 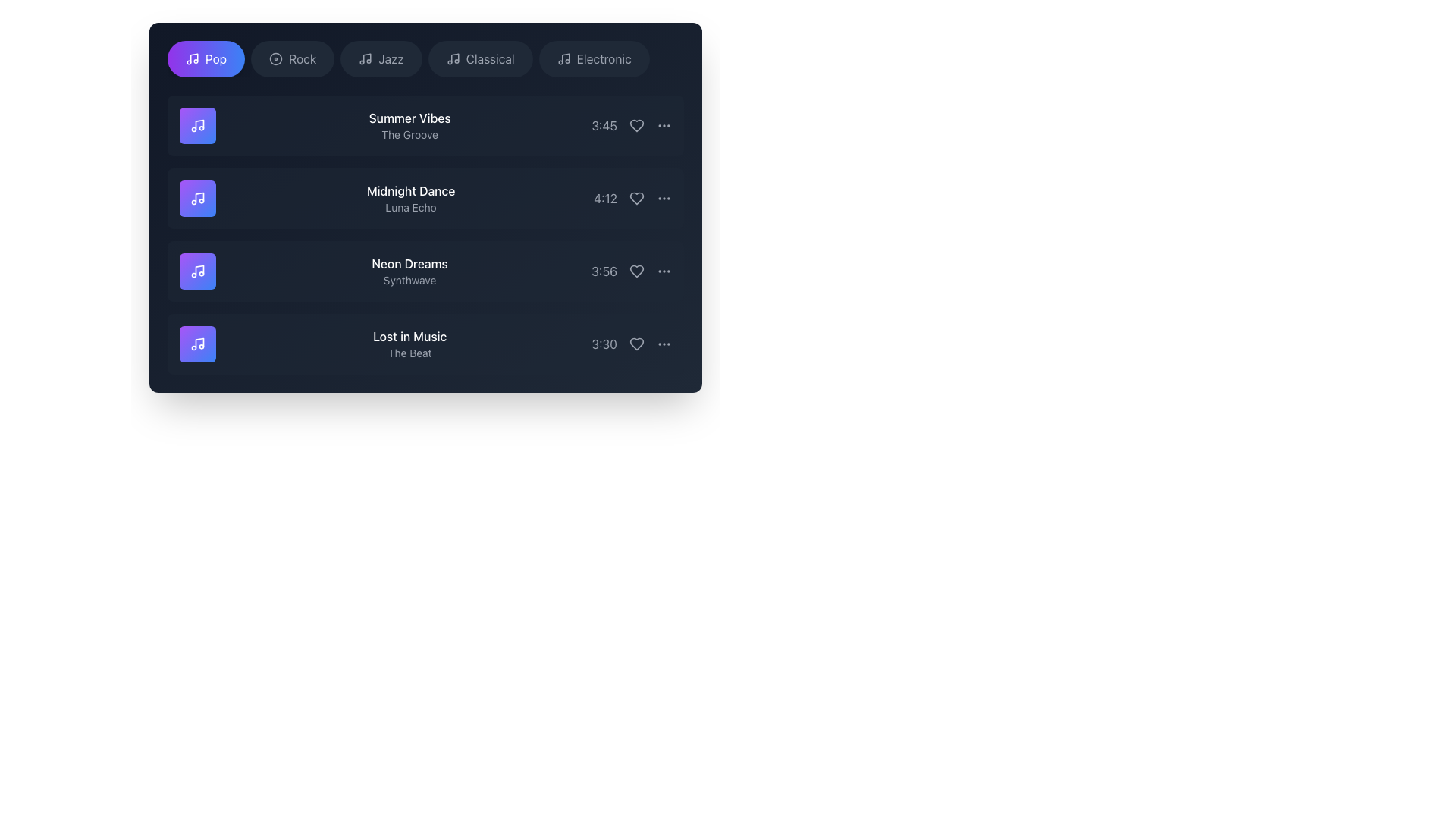 What do you see at coordinates (637, 124) in the screenshot?
I see `the favorite icon located to the right of the duration text '3:45' for the song 'Summer Vibes' by 'The Groove' to mark it as a favorite` at bounding box center [637, 124].